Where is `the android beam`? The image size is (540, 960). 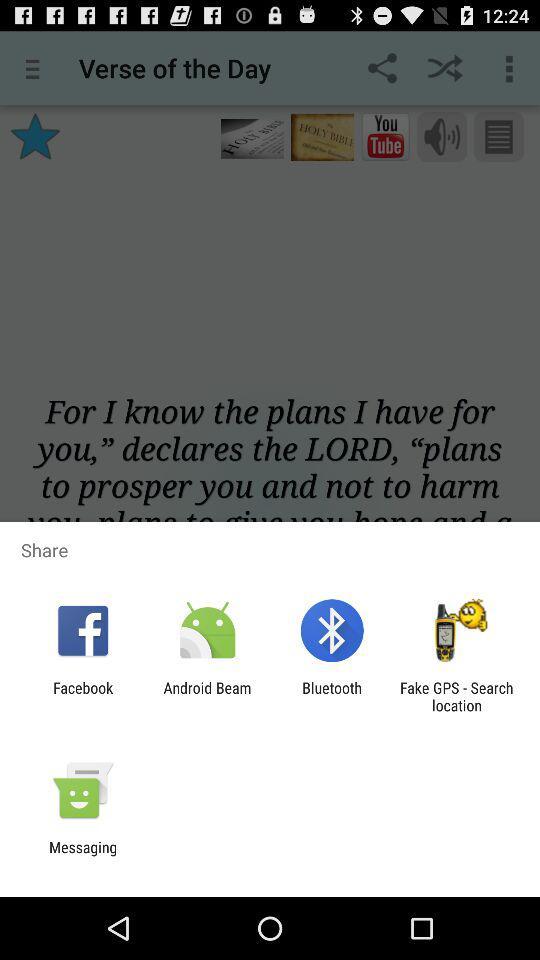 the android beam is located at coordinates (206, 696).